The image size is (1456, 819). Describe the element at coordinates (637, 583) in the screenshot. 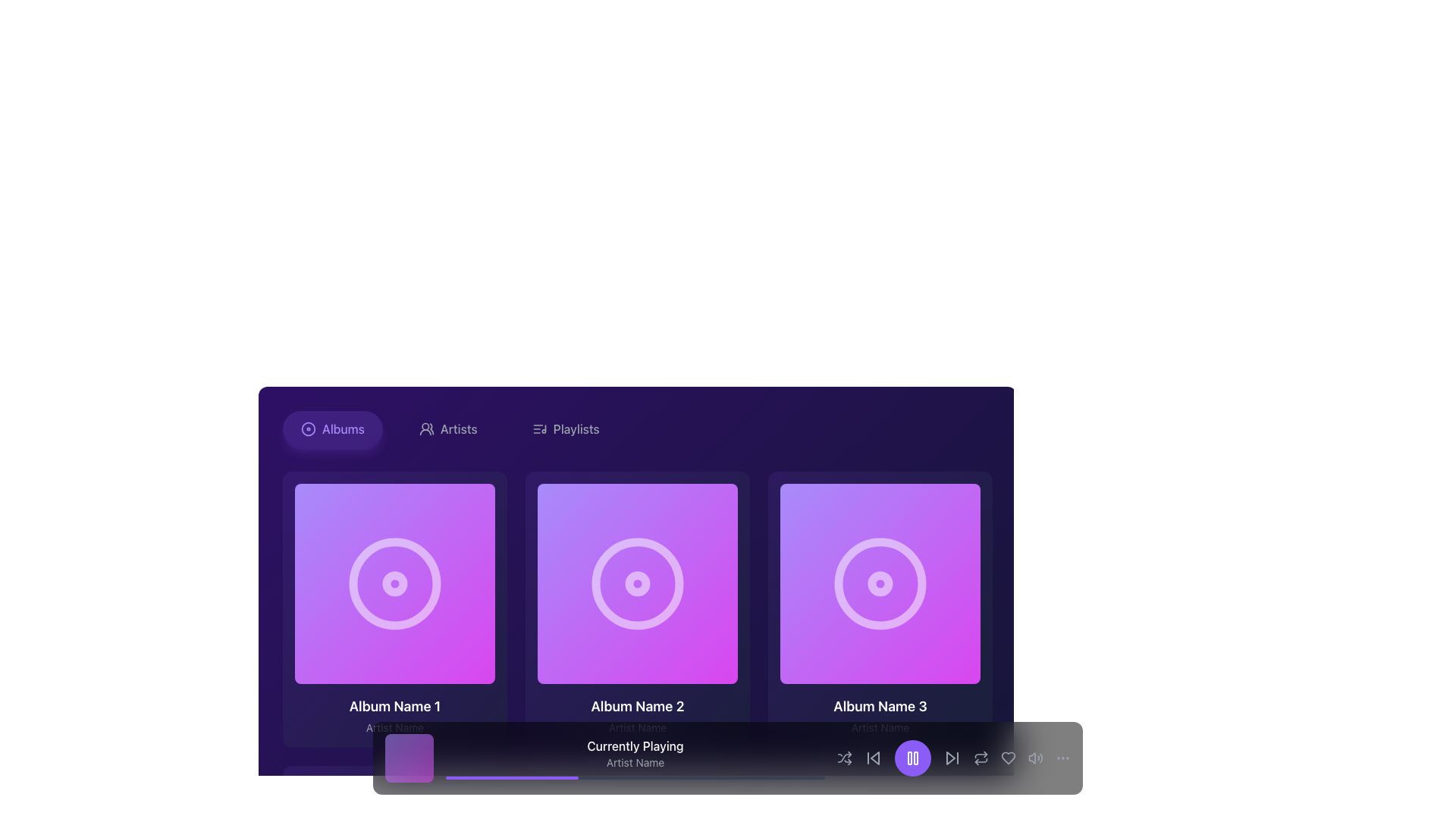

I see `the interactive visual album preview component with a gradient background and a play icon in the center to play or open the album` at that location.